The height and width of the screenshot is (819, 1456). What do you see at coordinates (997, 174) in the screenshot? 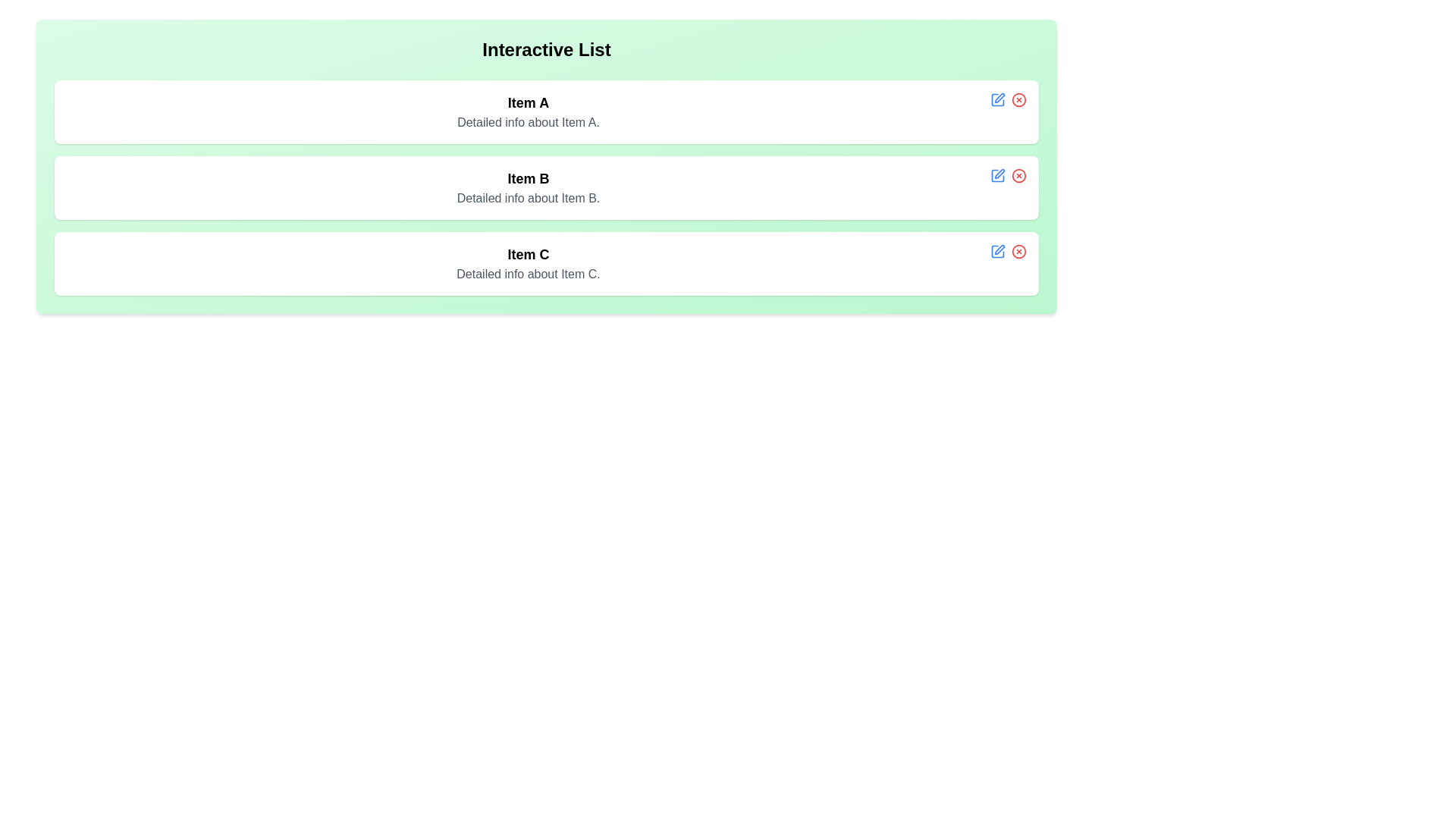
I see `the edit button (icon button) located to the right of the 'Item B' description text in the Interactive List` at bounding box center [997, 174].